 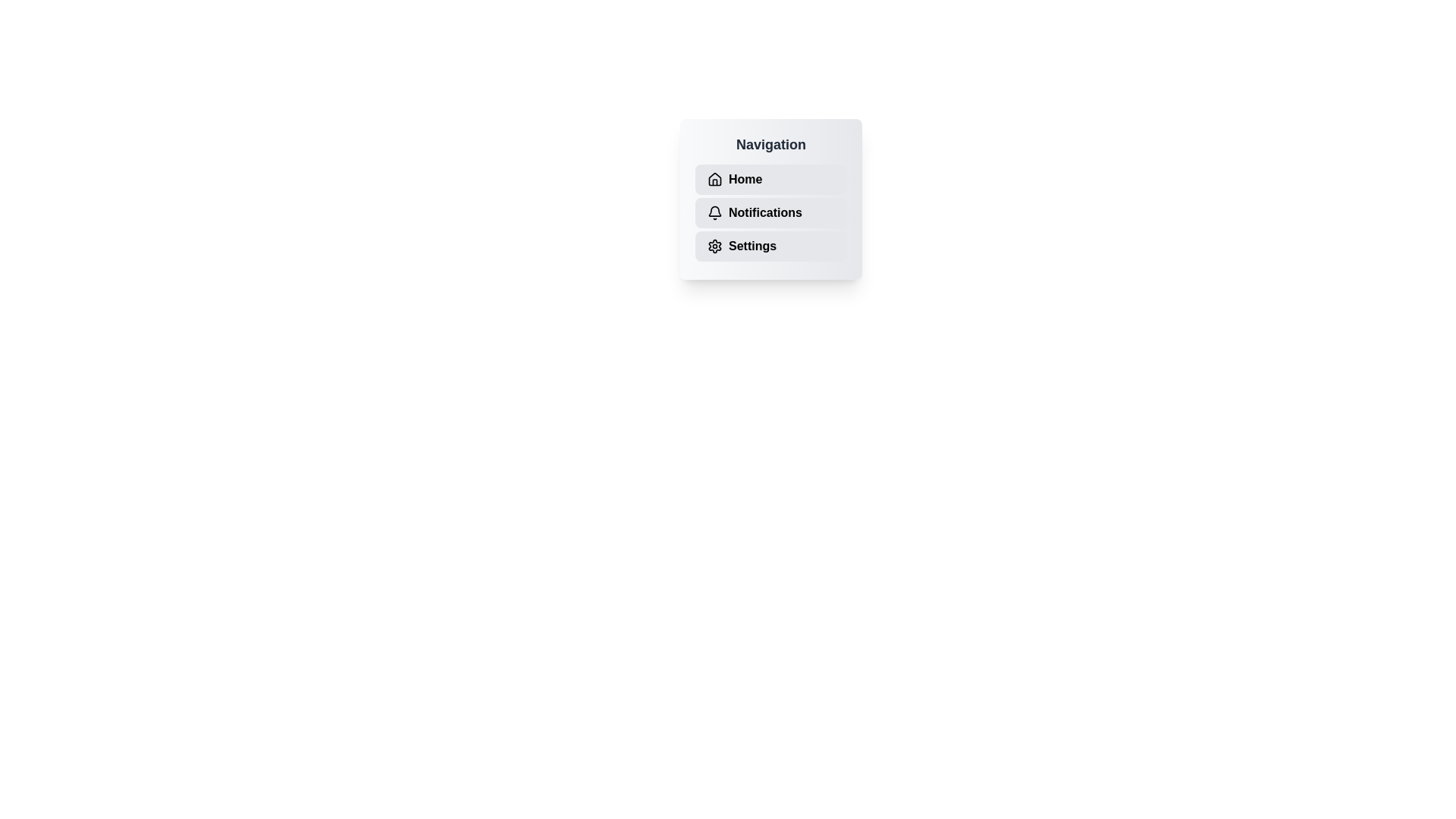 I want to click on the navigation item labeled Notifications to activate it, so click(x=771, y=213).